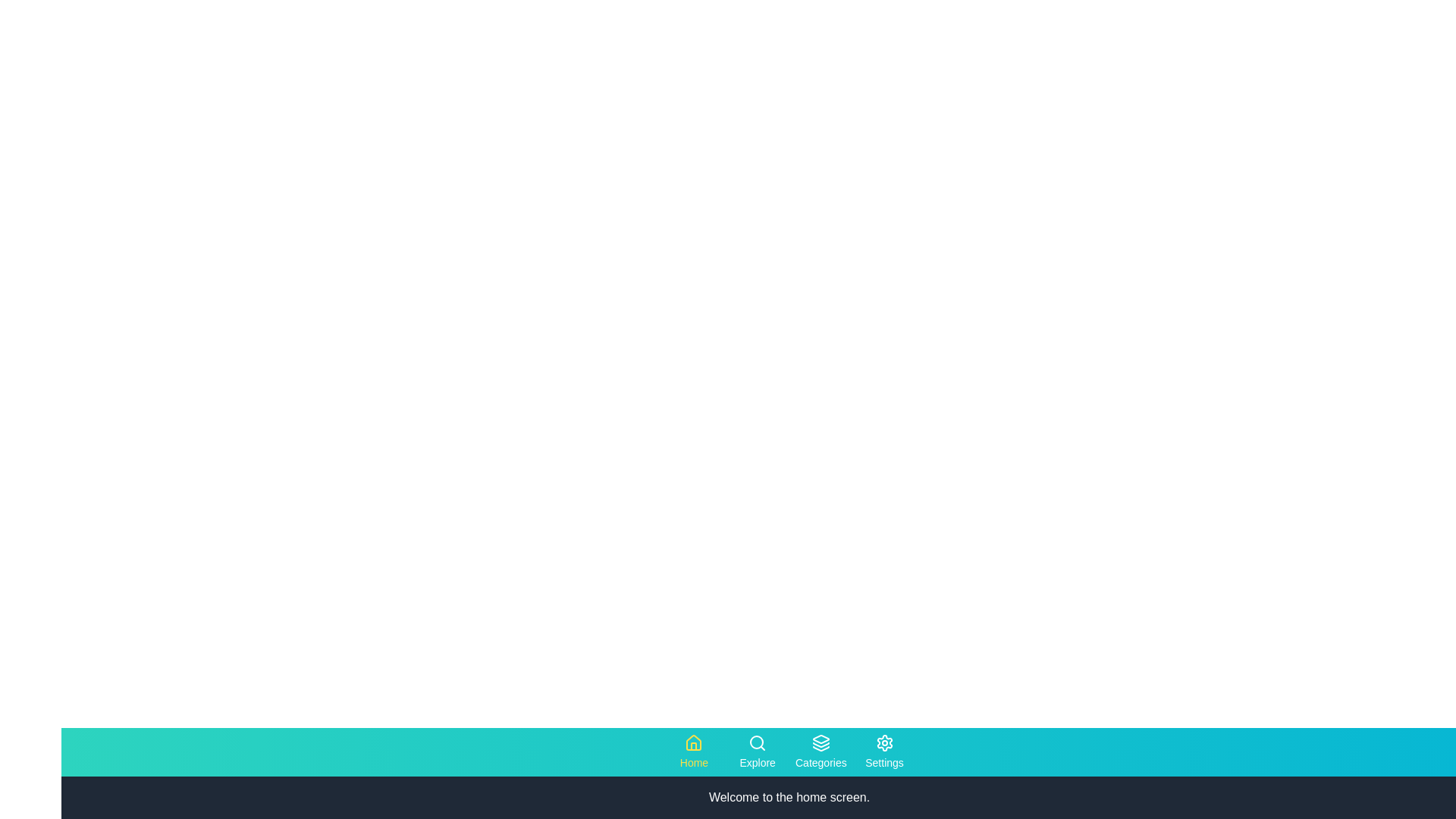  I want to click on the tab labeled 'Explore' to observe the visual effect, so click(758, 752).